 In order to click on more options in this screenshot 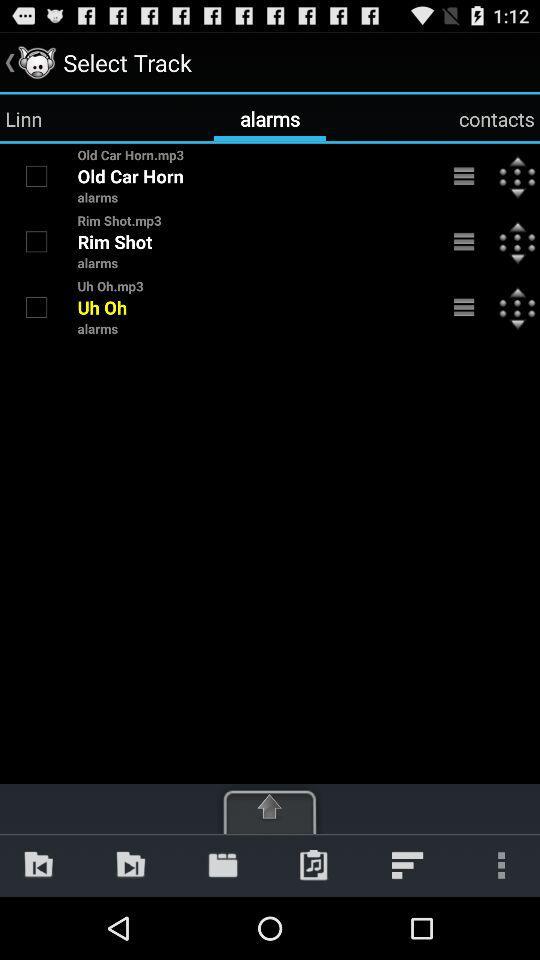, I will do `click(464, 175)`.